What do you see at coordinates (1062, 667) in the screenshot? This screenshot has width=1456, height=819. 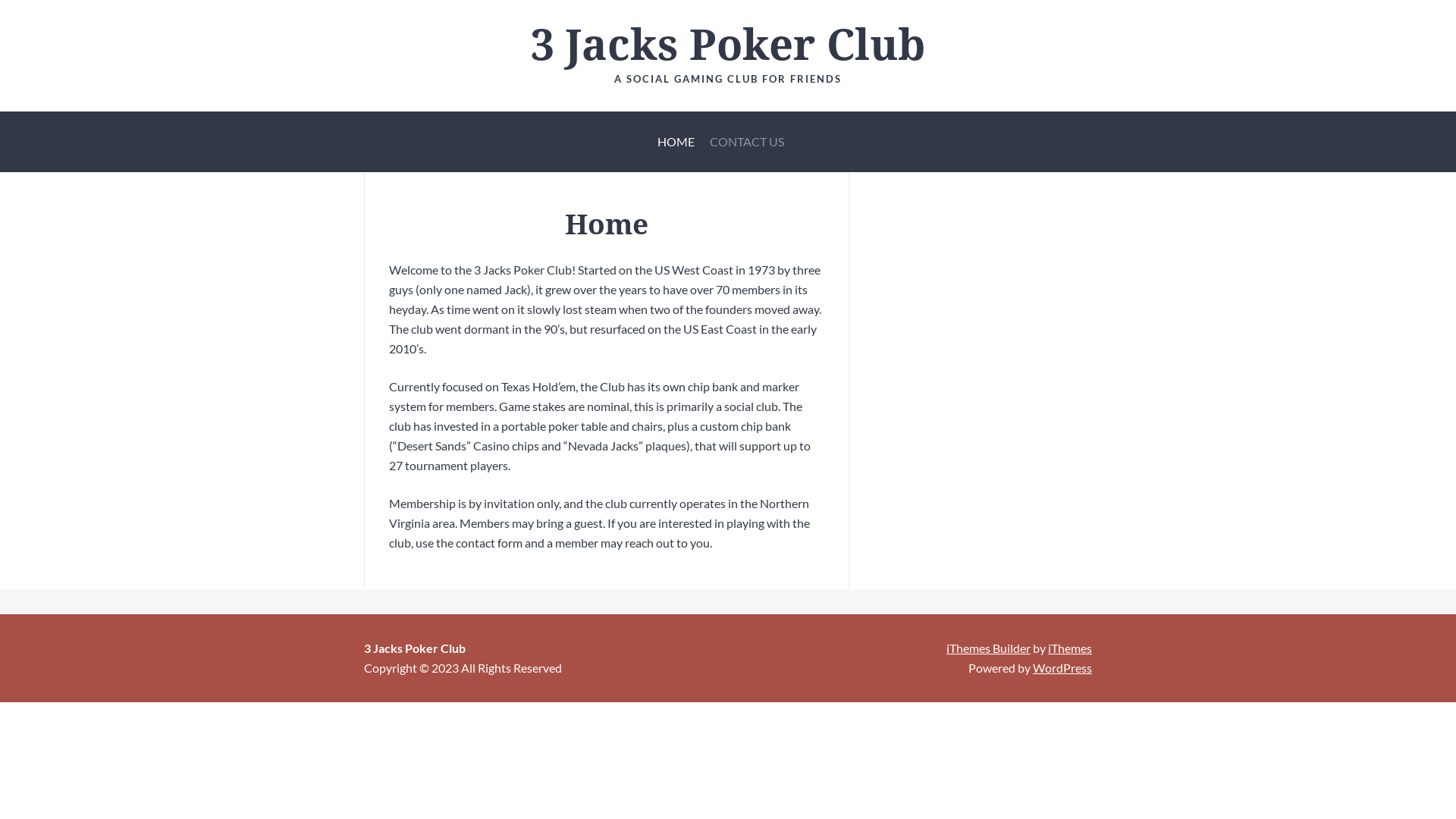 I see `'WordPress'` at bounding box center [1062, 667].